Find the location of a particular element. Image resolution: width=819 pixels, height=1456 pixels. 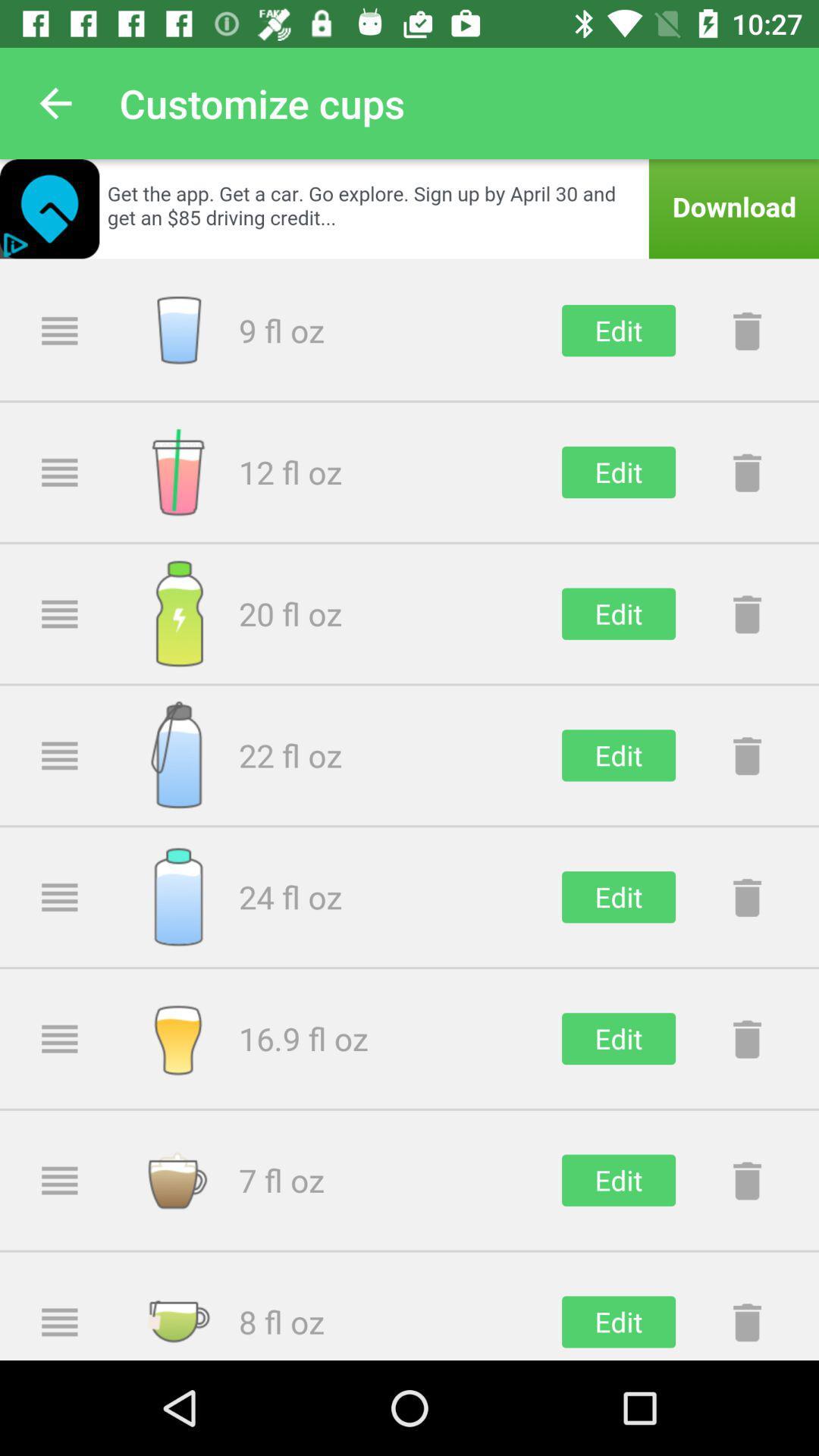

delete button is located at coordinates (746, 1321).